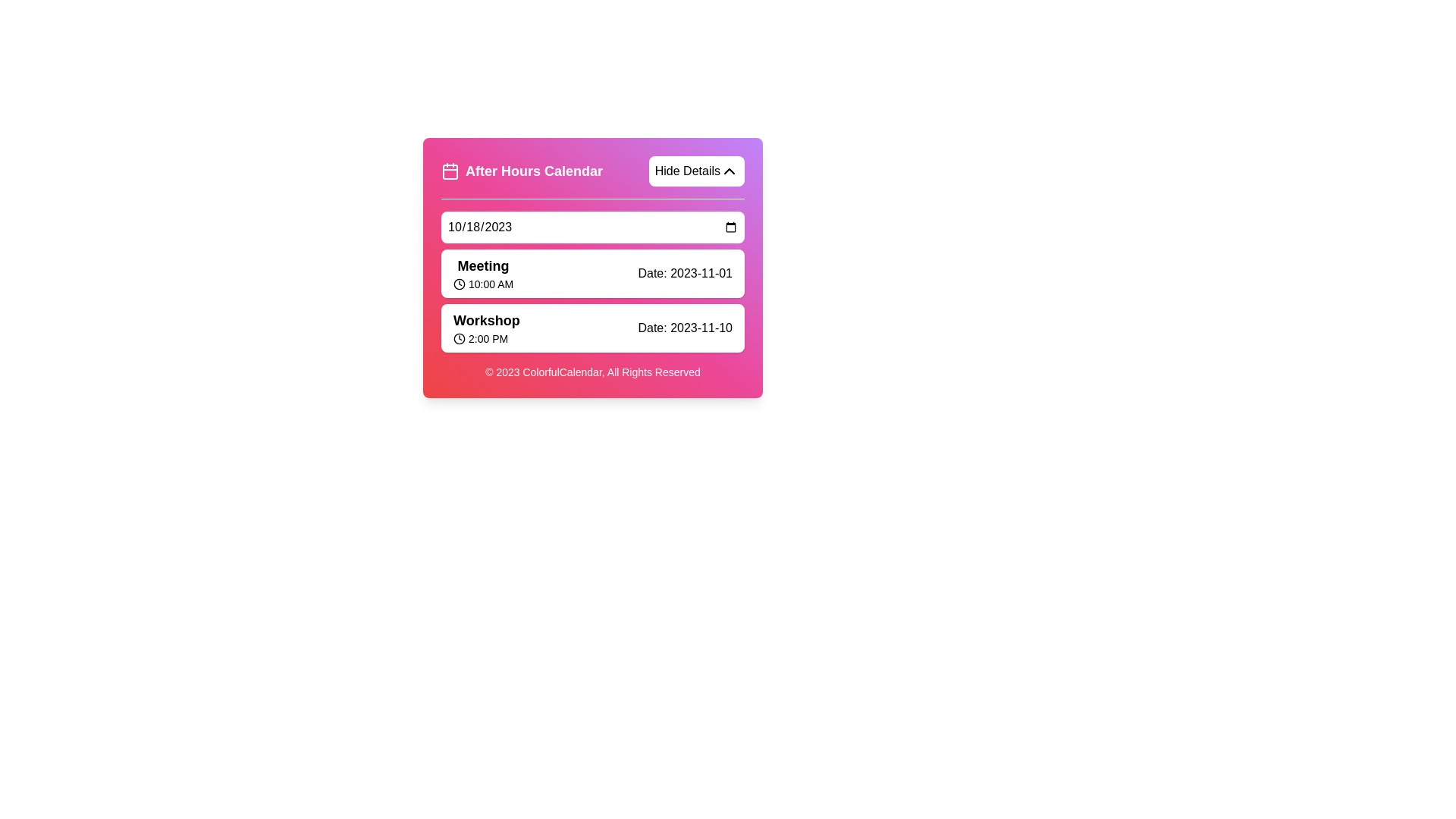  Describe the element at coordinates (684, 274) in the screenshot. I see `displayed date located to the far right of the 'Meeting' text within the structured list item of the card` at that location.